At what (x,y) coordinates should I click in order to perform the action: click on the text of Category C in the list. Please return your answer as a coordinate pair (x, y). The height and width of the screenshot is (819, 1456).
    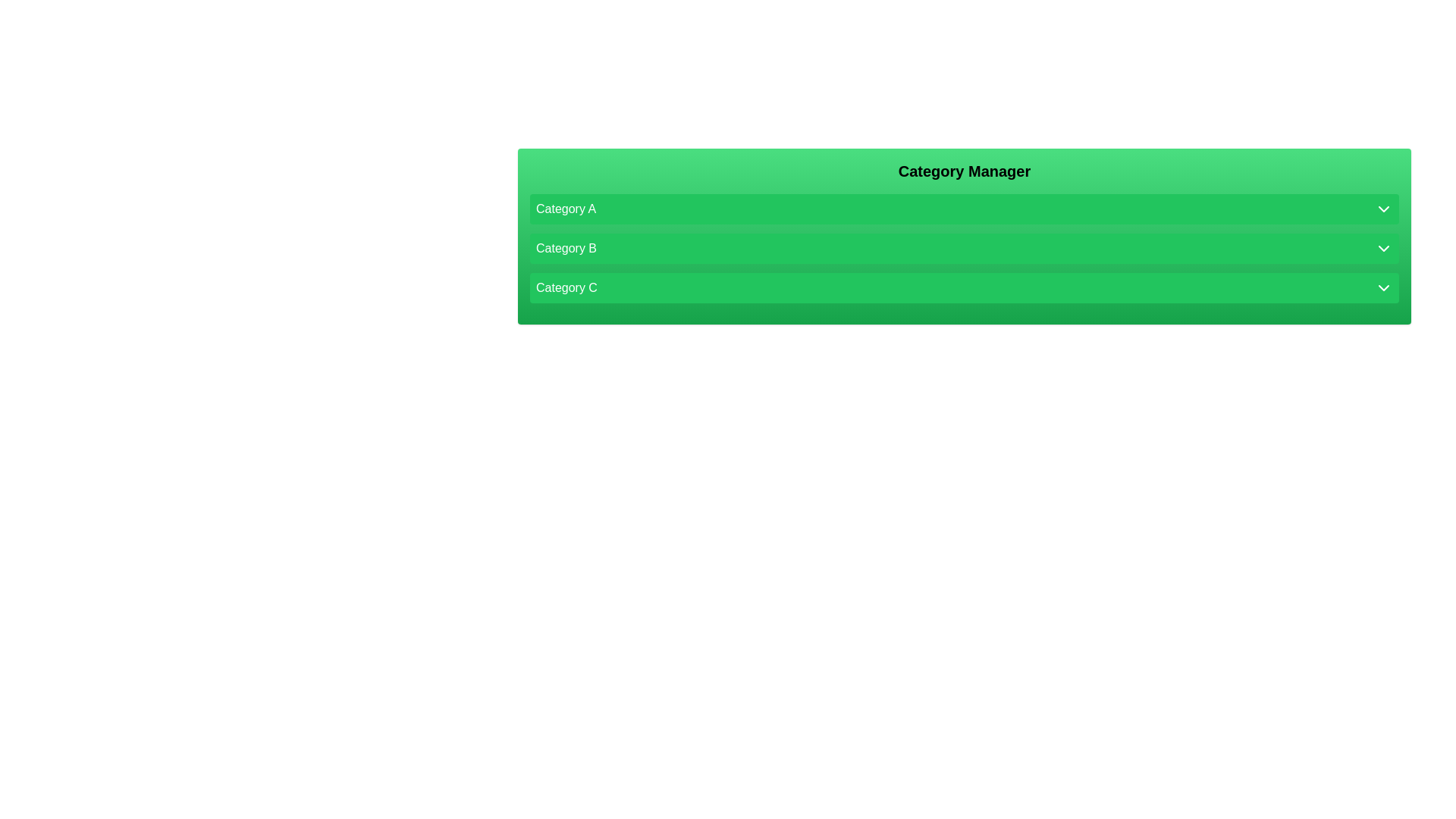
    Looking at the image, I should click on (964, 288).